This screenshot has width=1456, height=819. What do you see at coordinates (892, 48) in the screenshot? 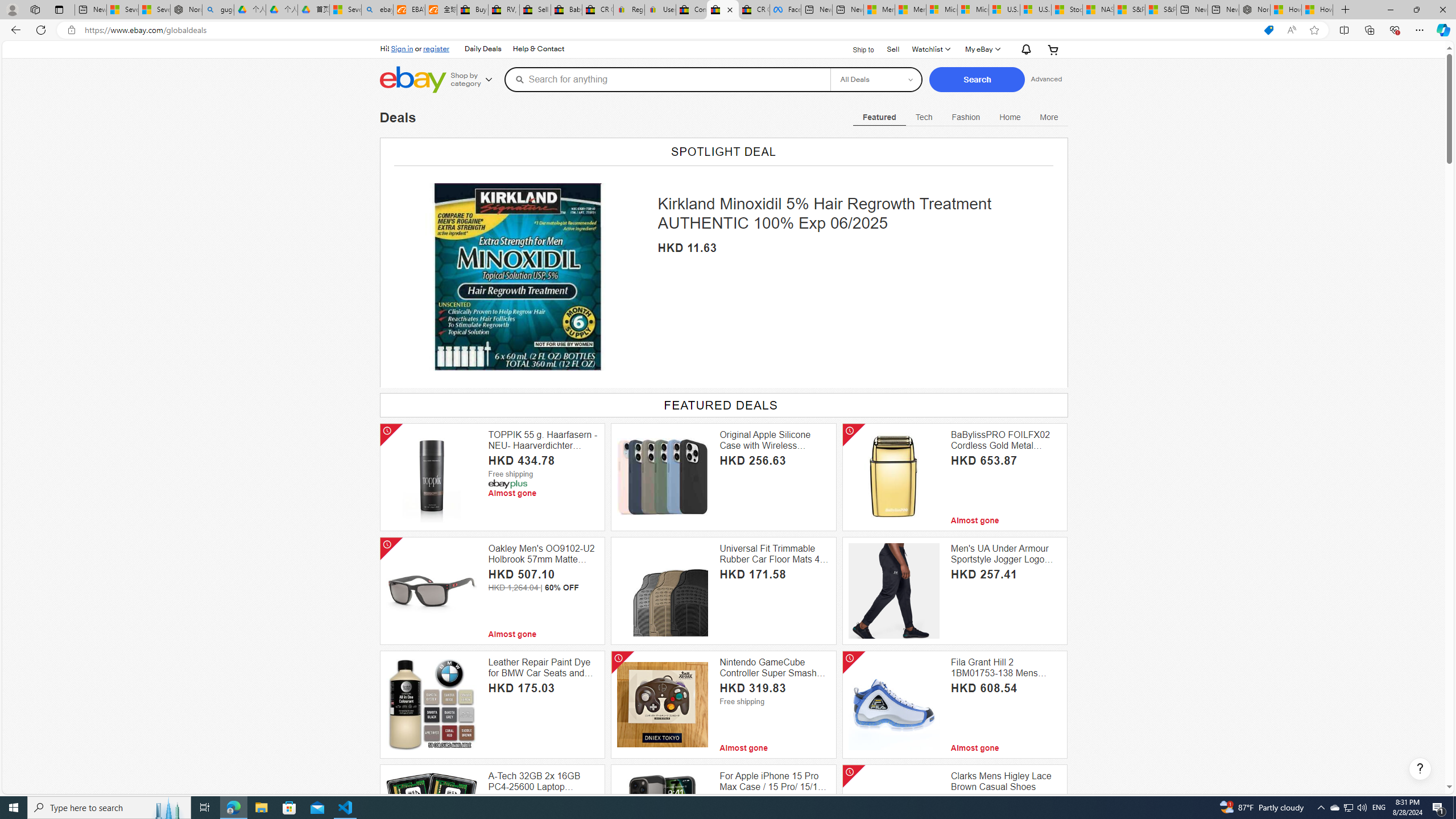
I see `'Sell'` at bounding box center [892, 48].